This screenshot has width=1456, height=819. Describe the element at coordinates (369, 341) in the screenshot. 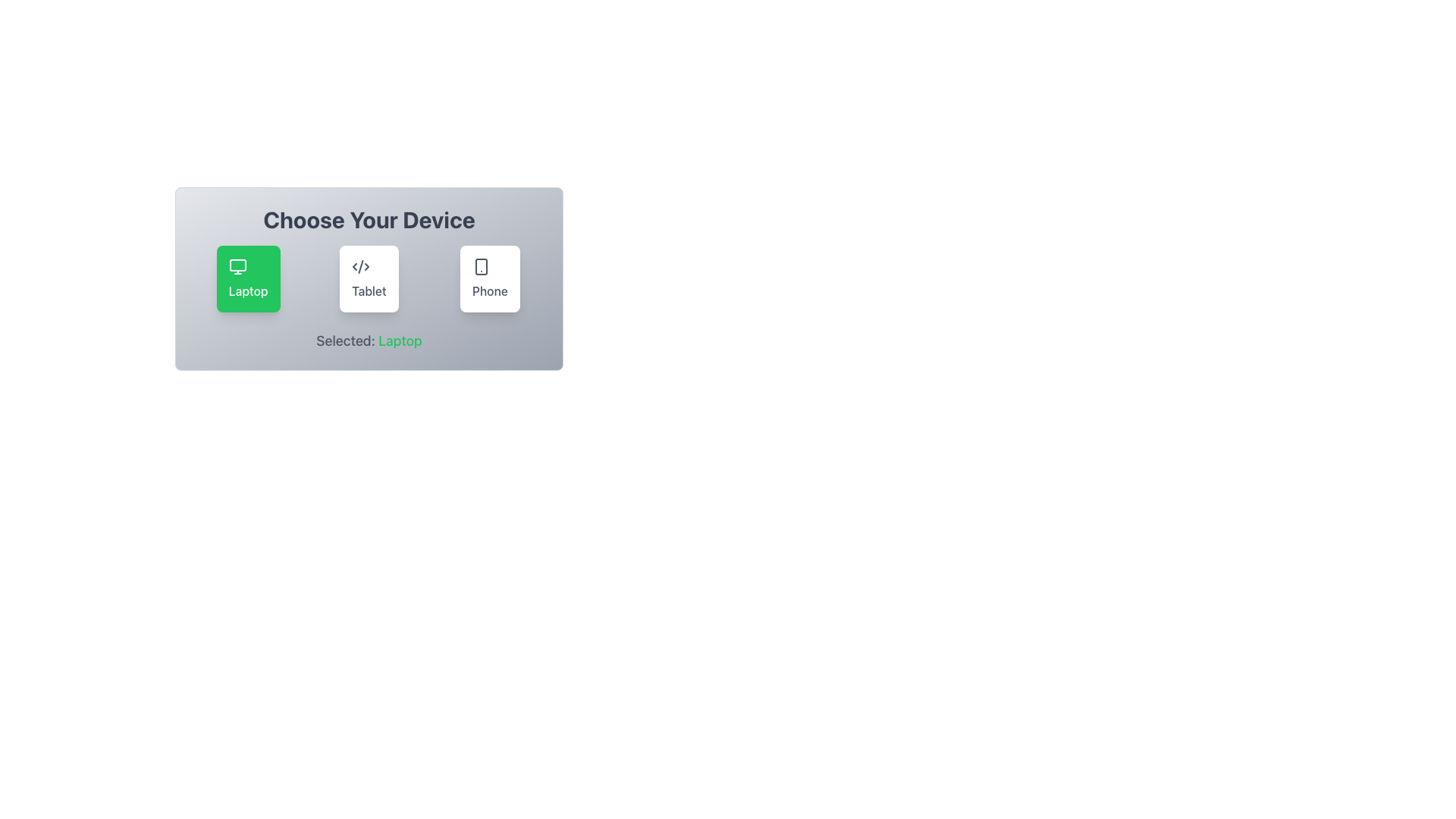

I see `the text label displaying 'Selected: Laptop', which is styled with the word 'Laptop' in green, located at the bottom of the 'Choose Your Device' section` at that location.